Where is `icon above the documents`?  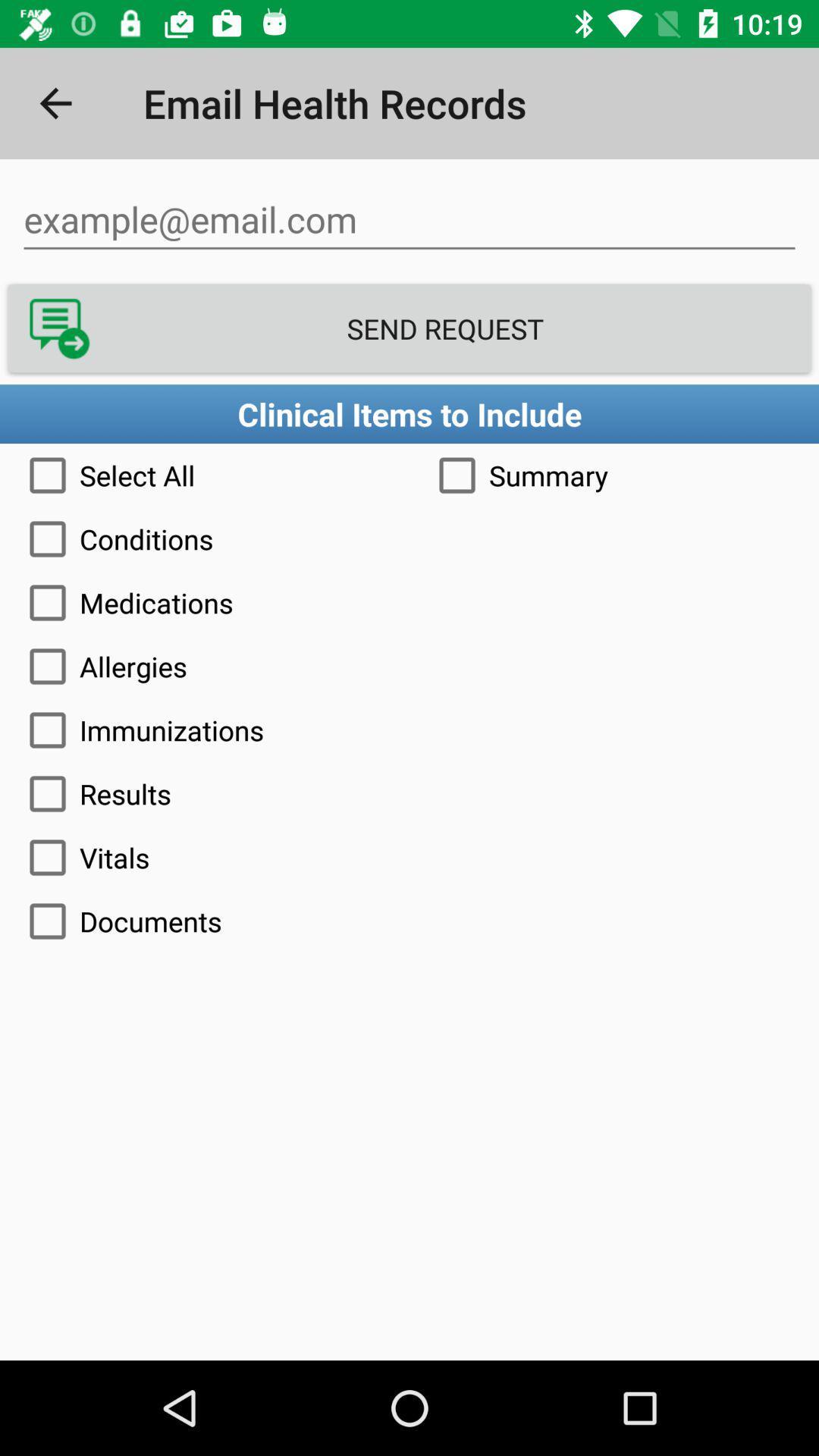 icon above the documents is located at coordinates (409, 858).